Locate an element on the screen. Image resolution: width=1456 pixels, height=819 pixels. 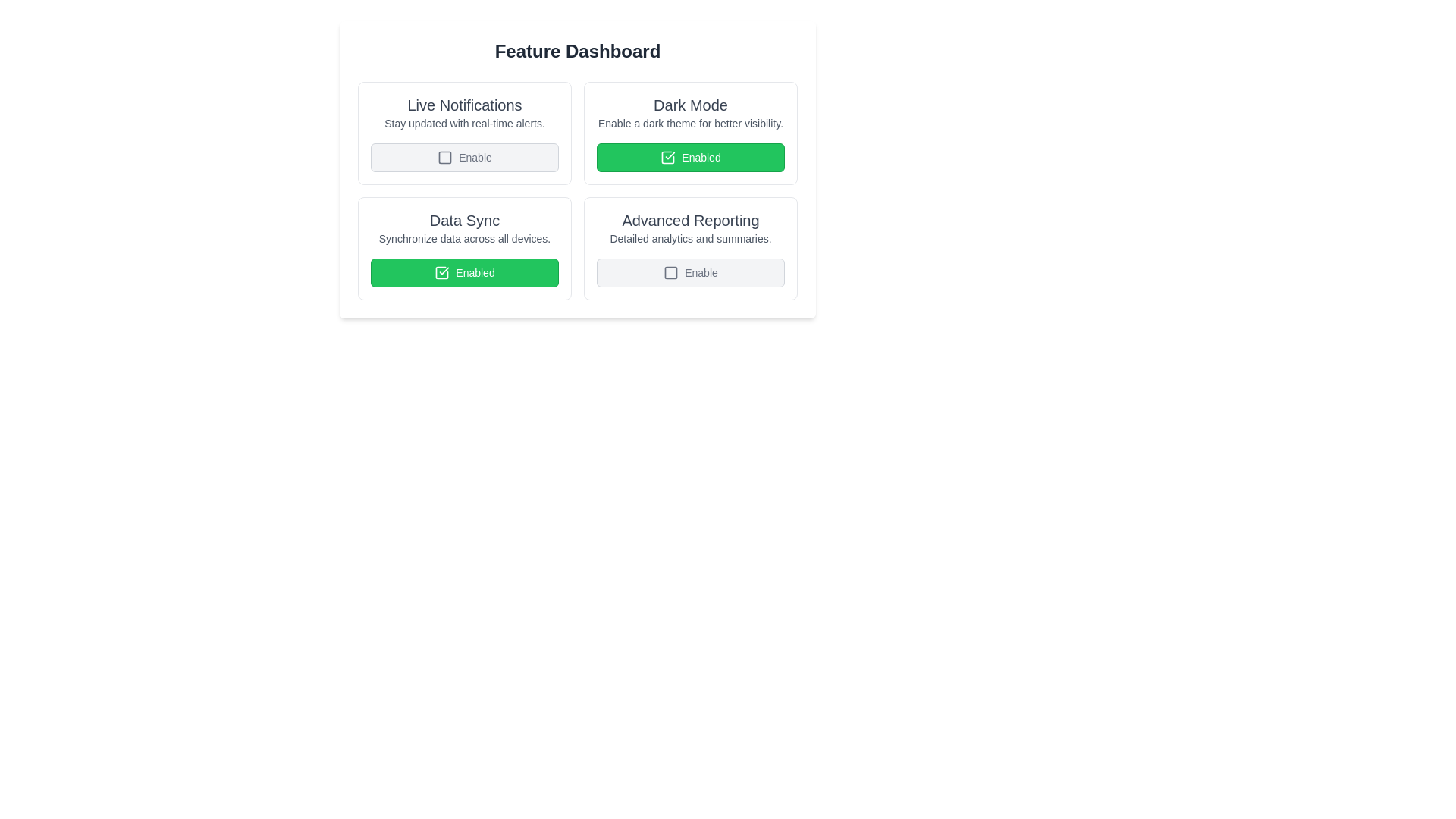
the information display text block that describes the 'Dark Mode' feature, located above the 'Enabled' button in the second column of the first row within a grid layout is located at coordinates (690, 112).